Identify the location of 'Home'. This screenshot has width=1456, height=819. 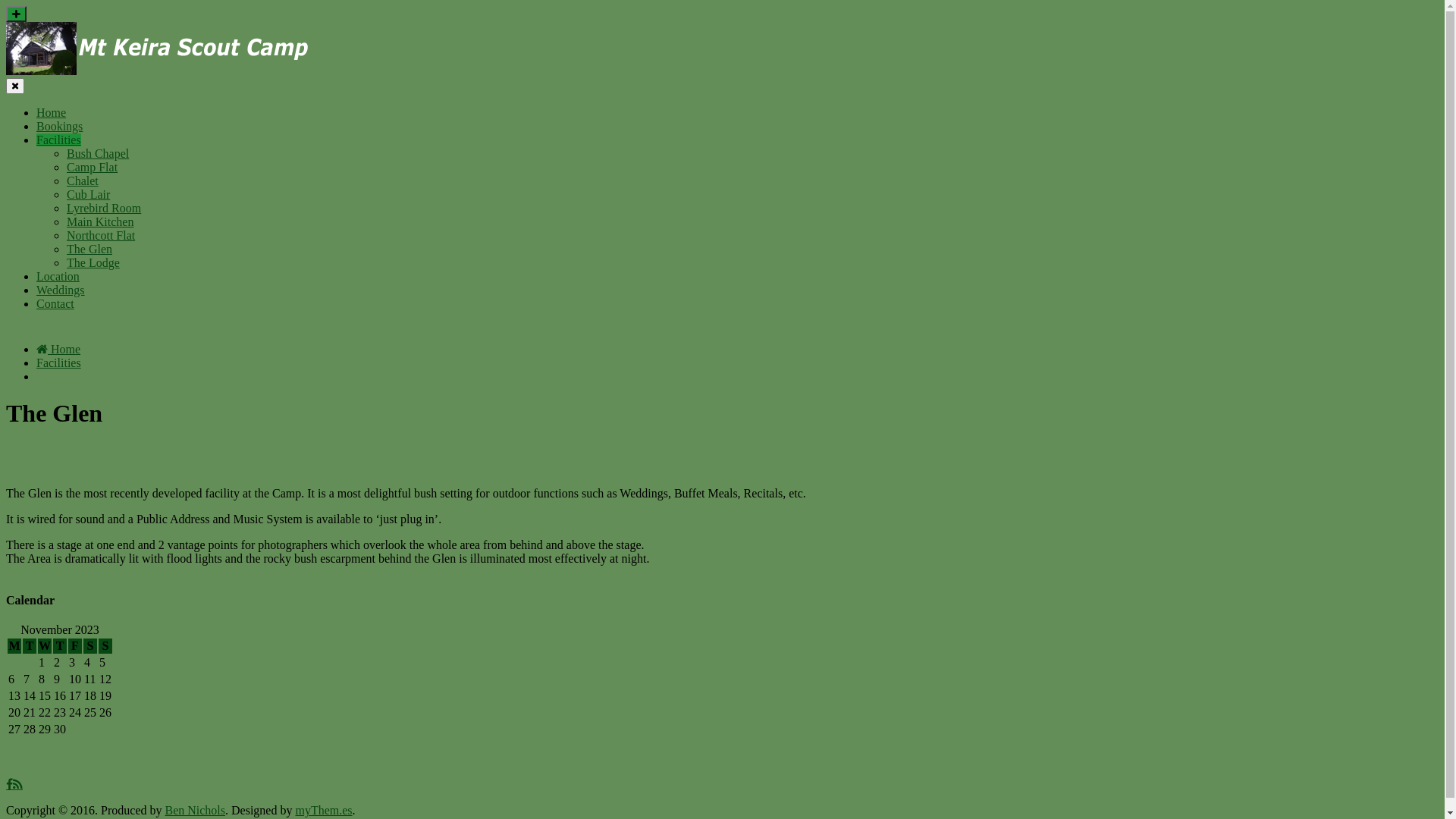
(51, 111).